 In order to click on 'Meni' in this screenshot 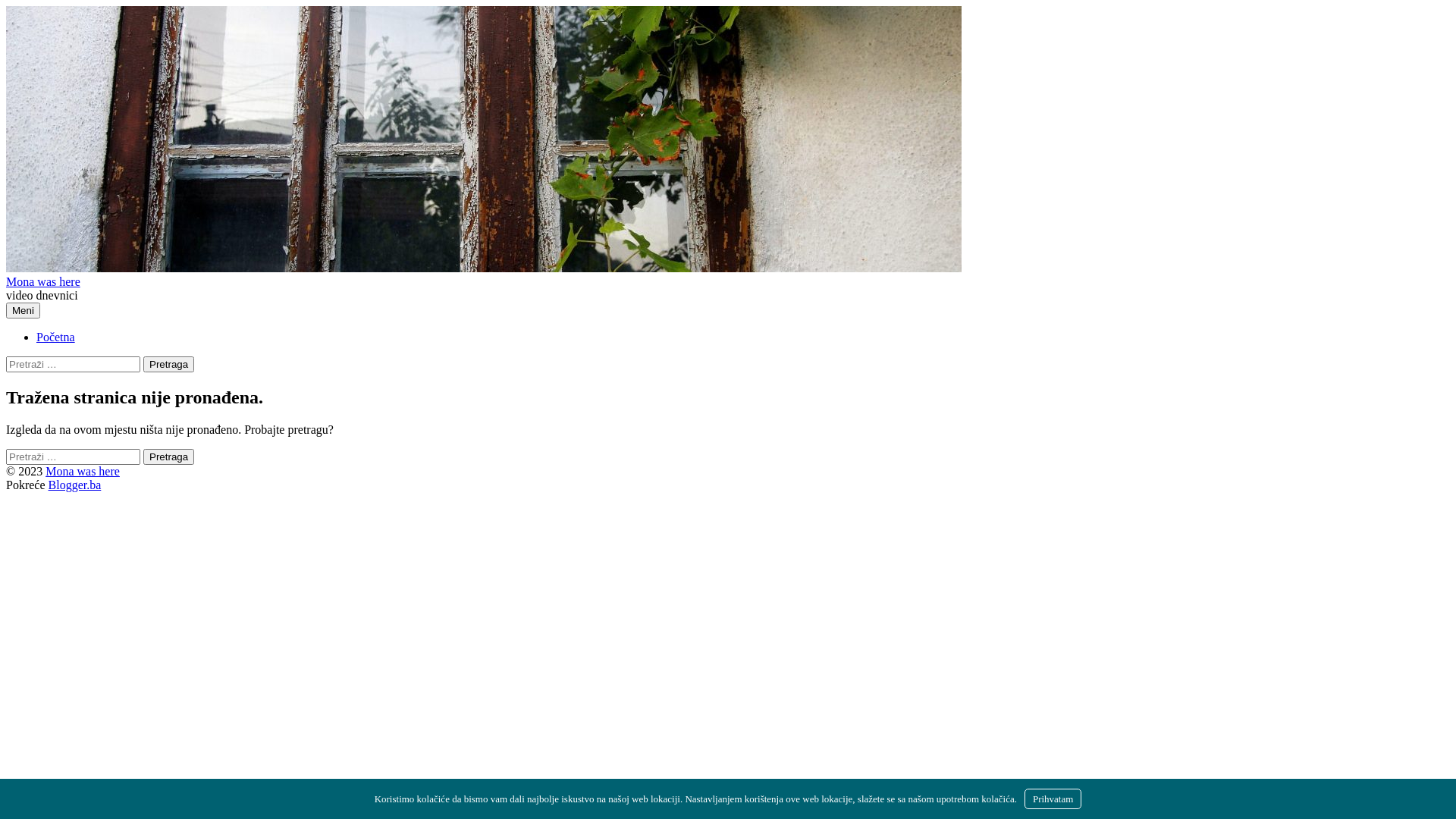, I will do `click(23, 309)`.